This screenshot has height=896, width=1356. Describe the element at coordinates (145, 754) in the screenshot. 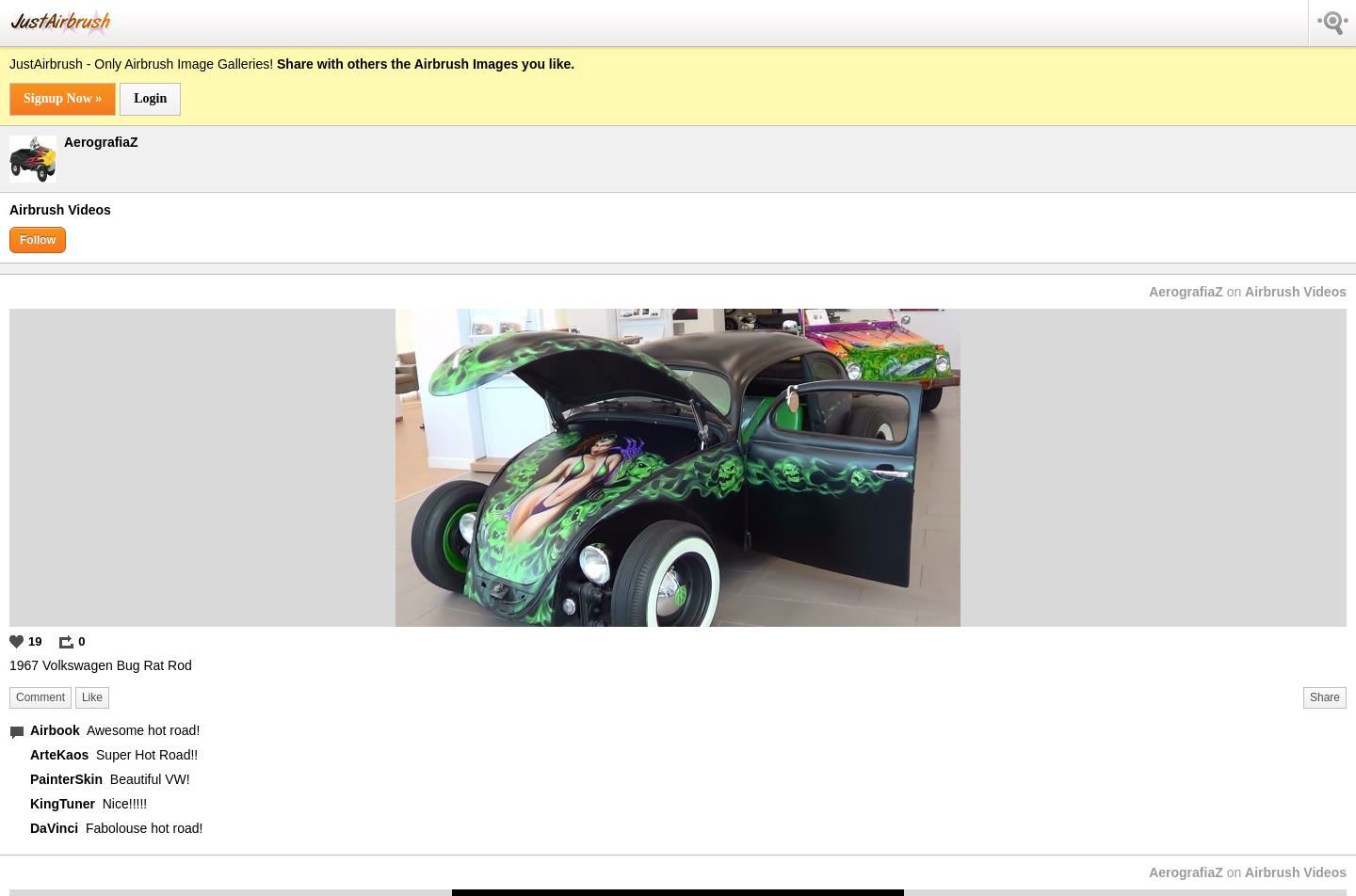

I see `'Super Hot Road!!'` at that location.